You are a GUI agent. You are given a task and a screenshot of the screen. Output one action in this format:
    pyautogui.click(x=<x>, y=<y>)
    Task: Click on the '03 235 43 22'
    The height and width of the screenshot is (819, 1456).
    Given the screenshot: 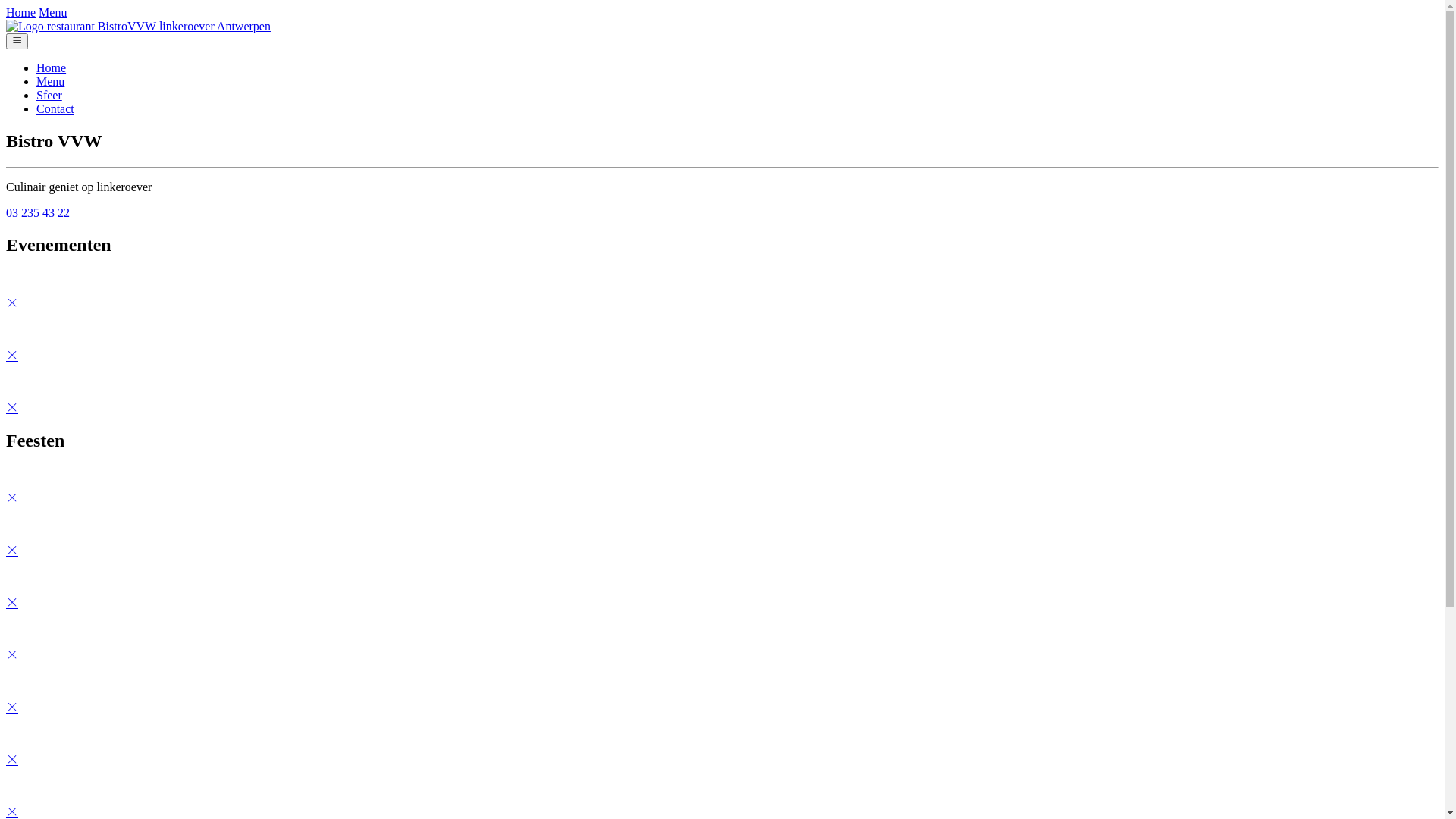 What is the action you would take?
    pyautogui.click(x=37, y=212)
    